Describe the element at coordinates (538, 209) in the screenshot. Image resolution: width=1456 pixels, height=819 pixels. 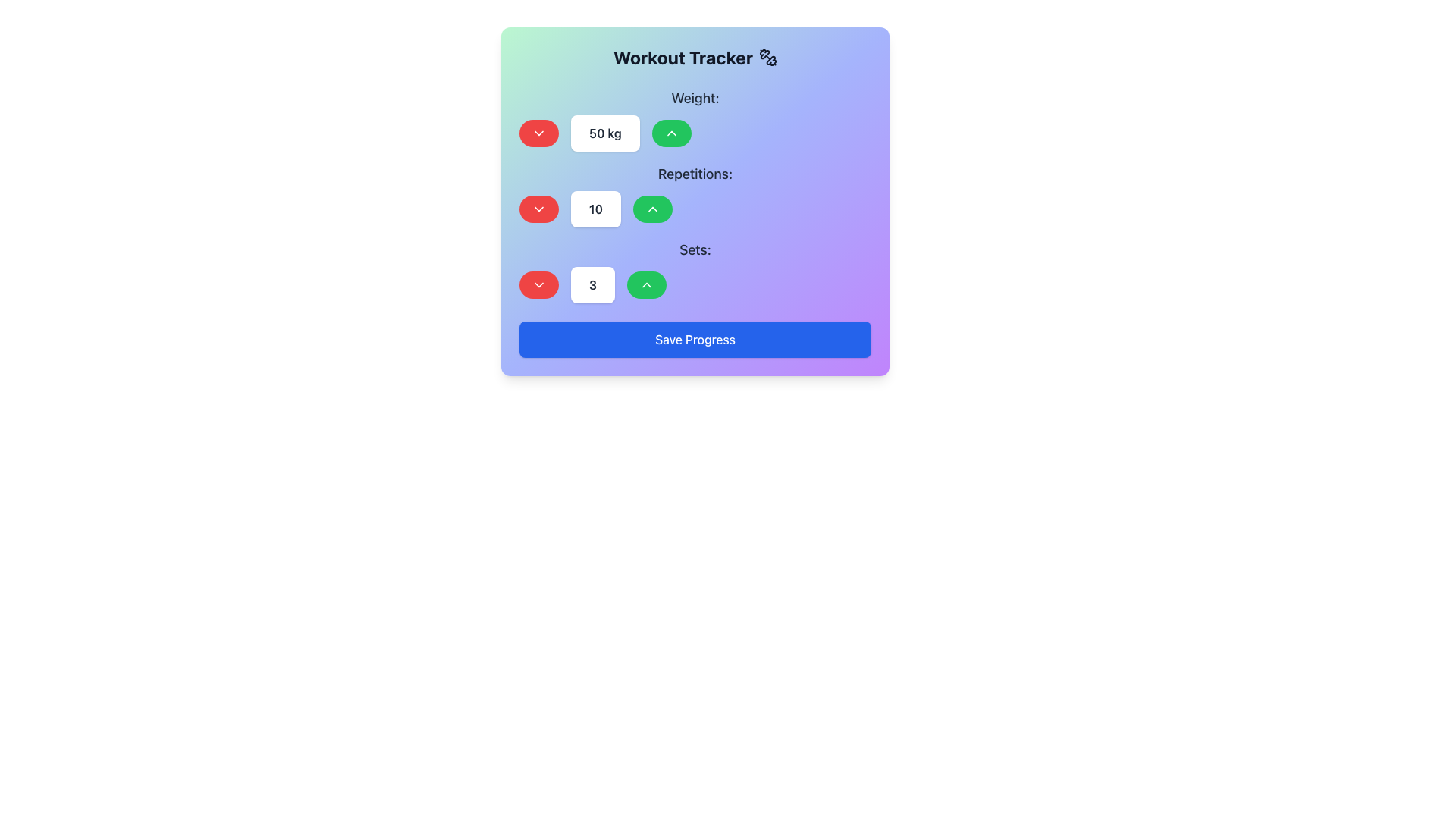
I see `the rounded rectangular button with a red background and white text, located under the 'Repetitions' label to decrement the repetitions` at that location.